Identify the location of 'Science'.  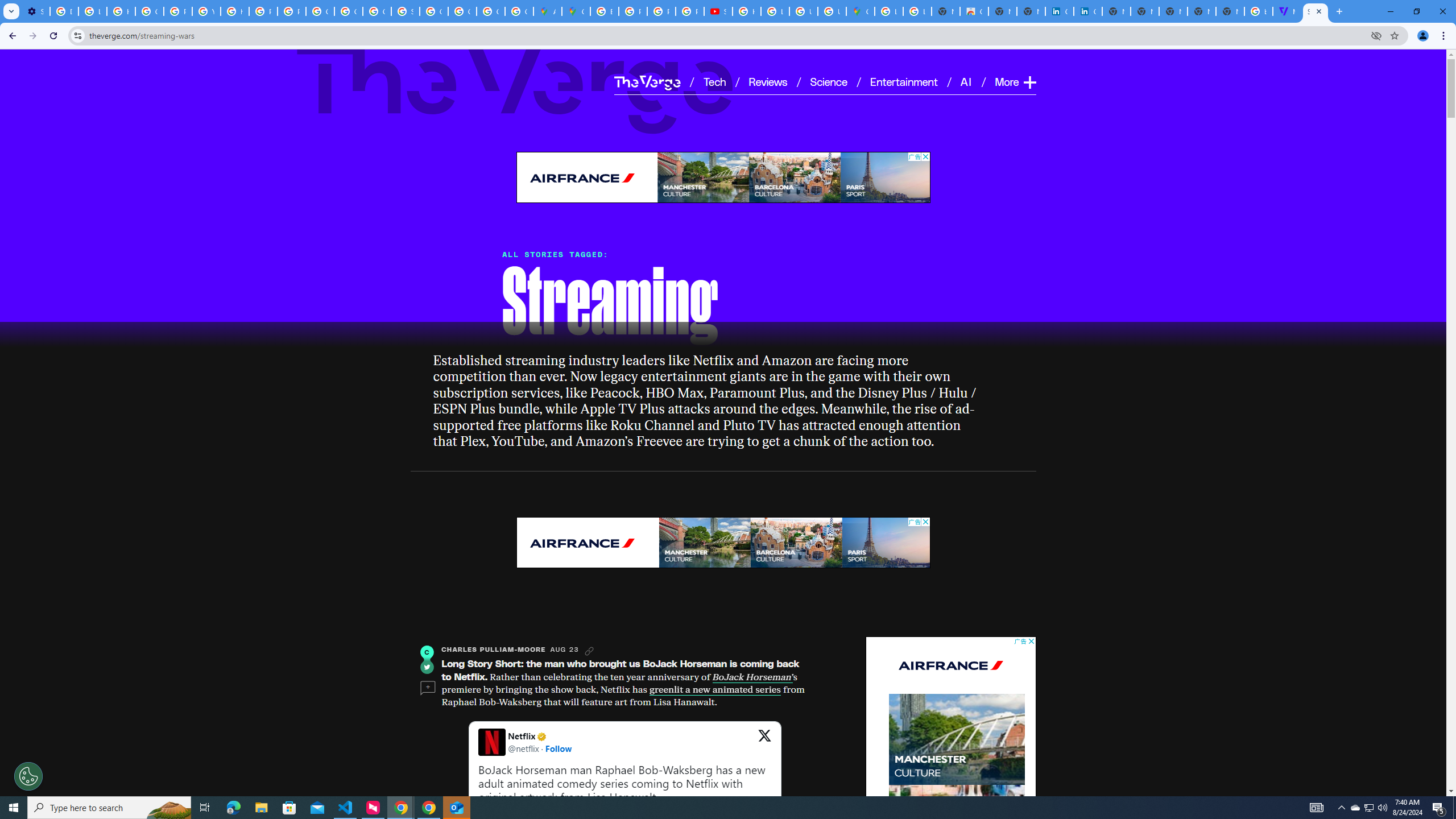
(828, 81).